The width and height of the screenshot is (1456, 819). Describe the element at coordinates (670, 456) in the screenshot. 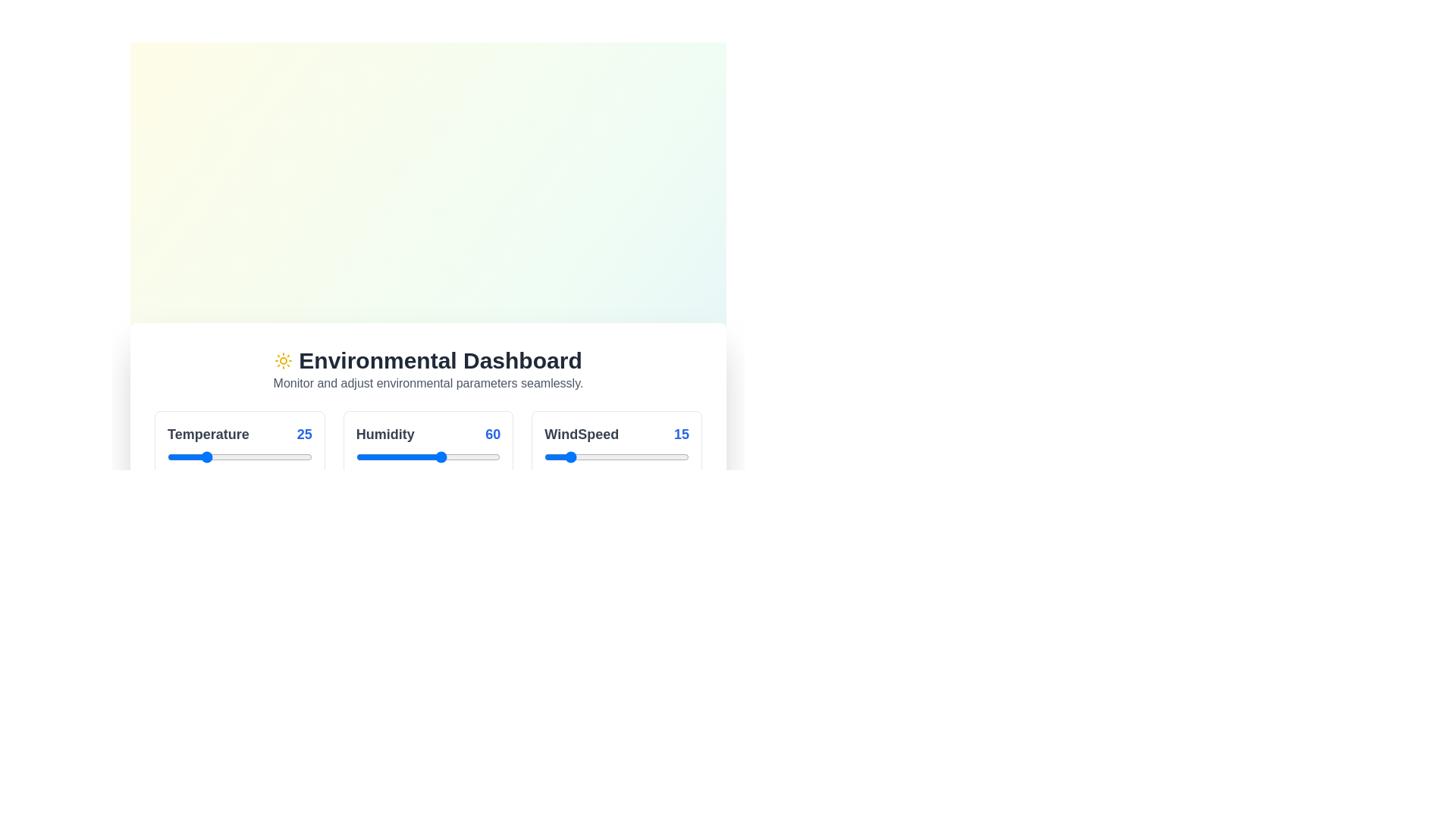

I see `the Wind Speed slider` at that location.